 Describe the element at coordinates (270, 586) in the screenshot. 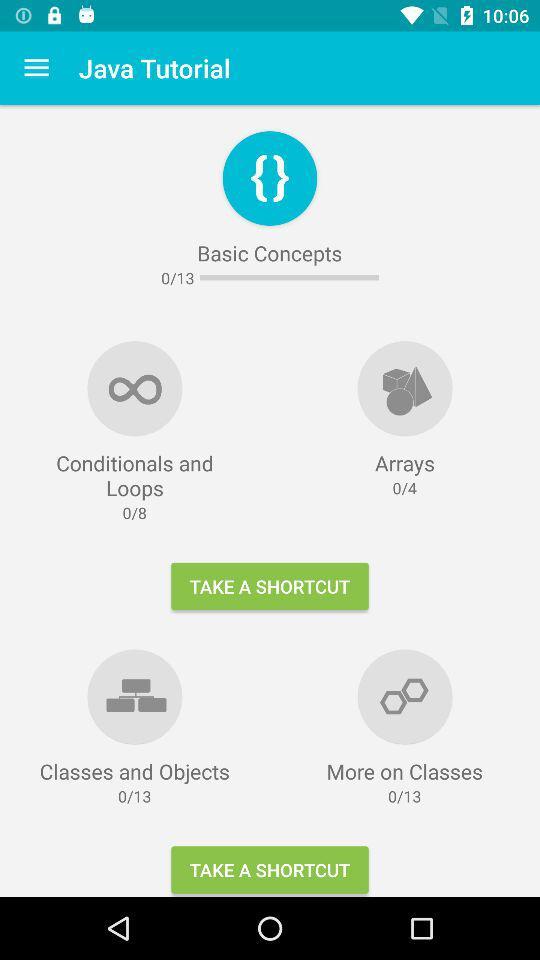

I see `the first button take a shortcut on the web page` at that location.